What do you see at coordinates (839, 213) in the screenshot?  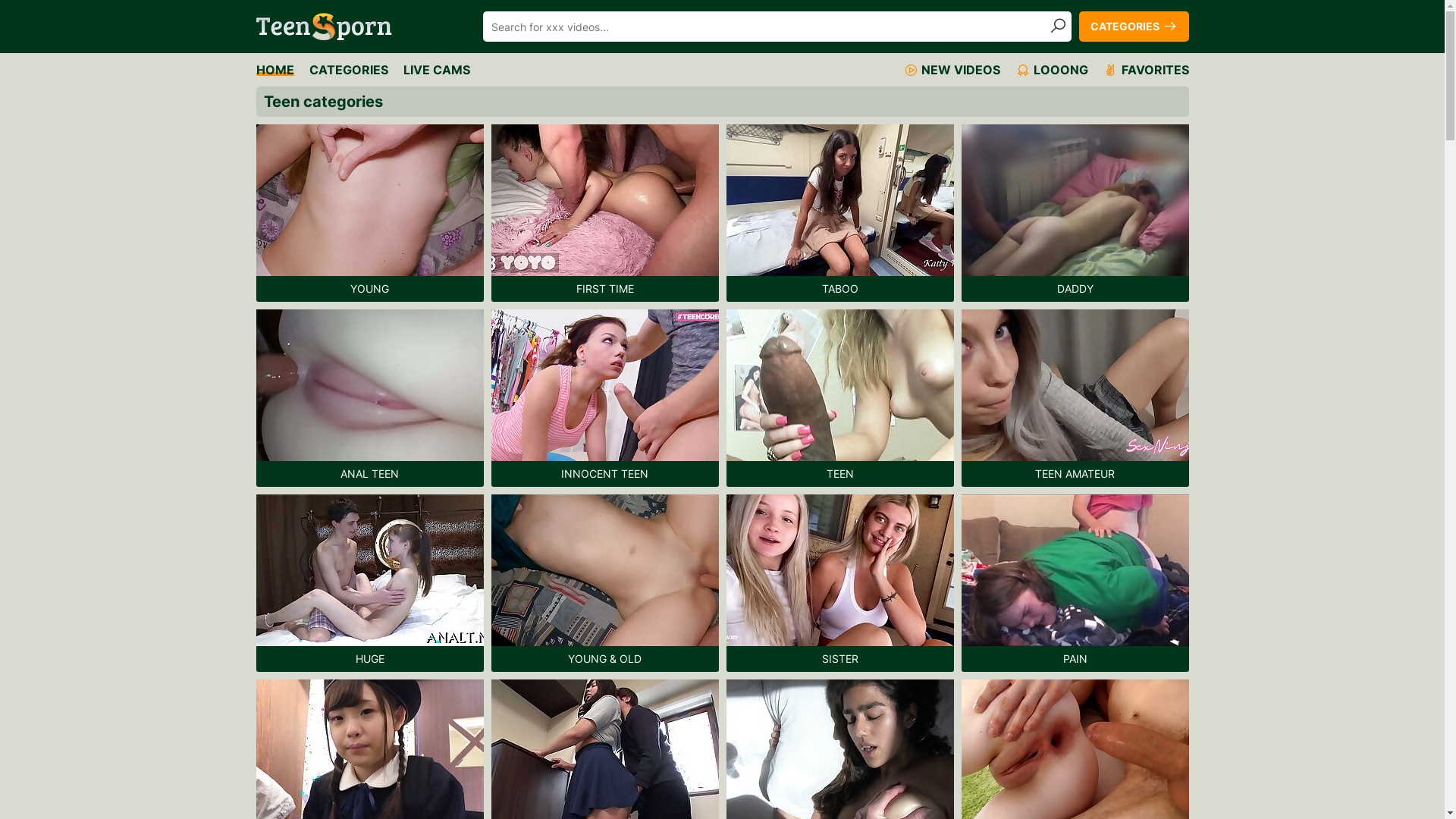 I see `'TABOO'` at bounding box center [839, 213].